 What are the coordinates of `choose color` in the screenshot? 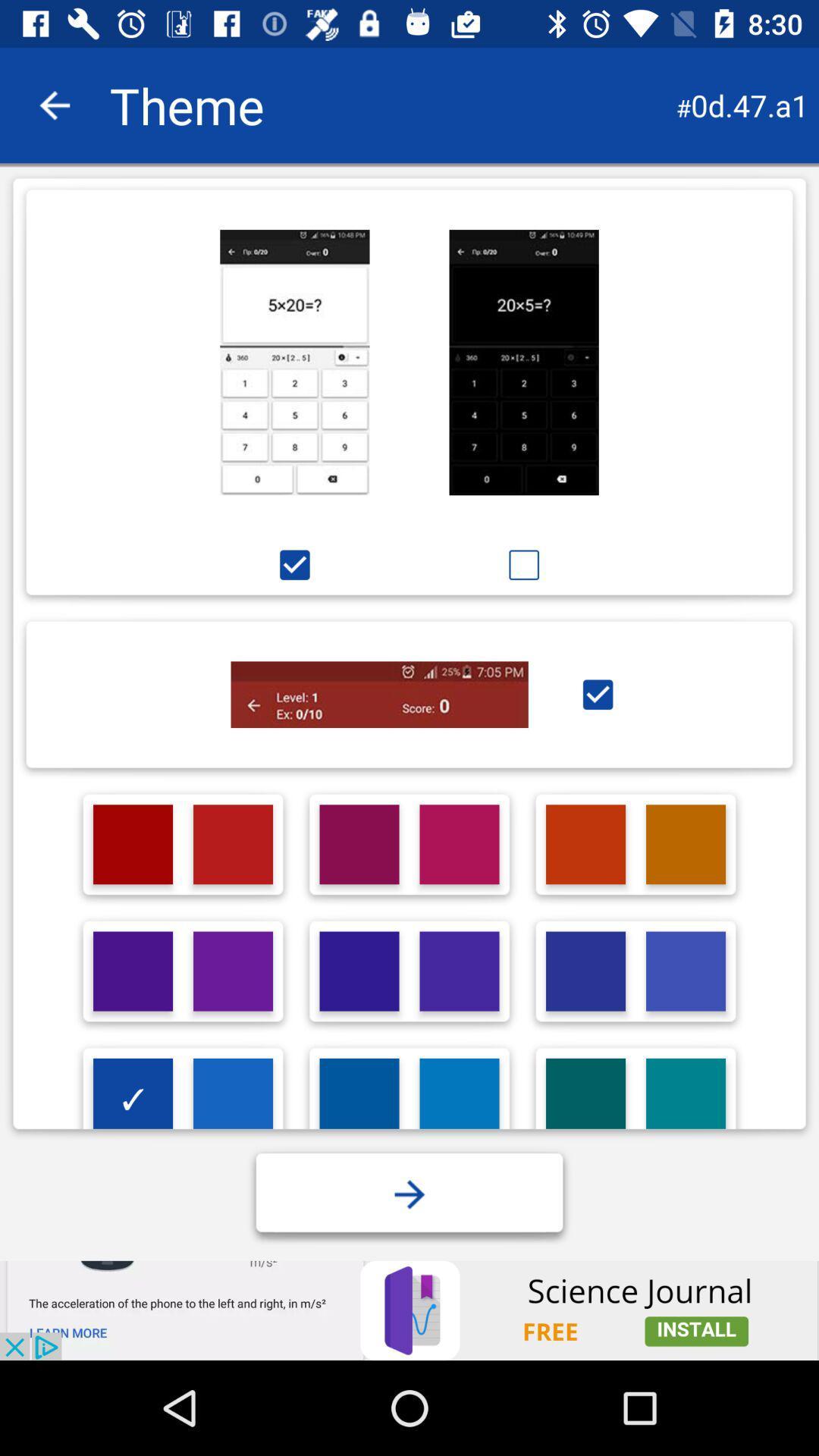 It's located at (458, 971).